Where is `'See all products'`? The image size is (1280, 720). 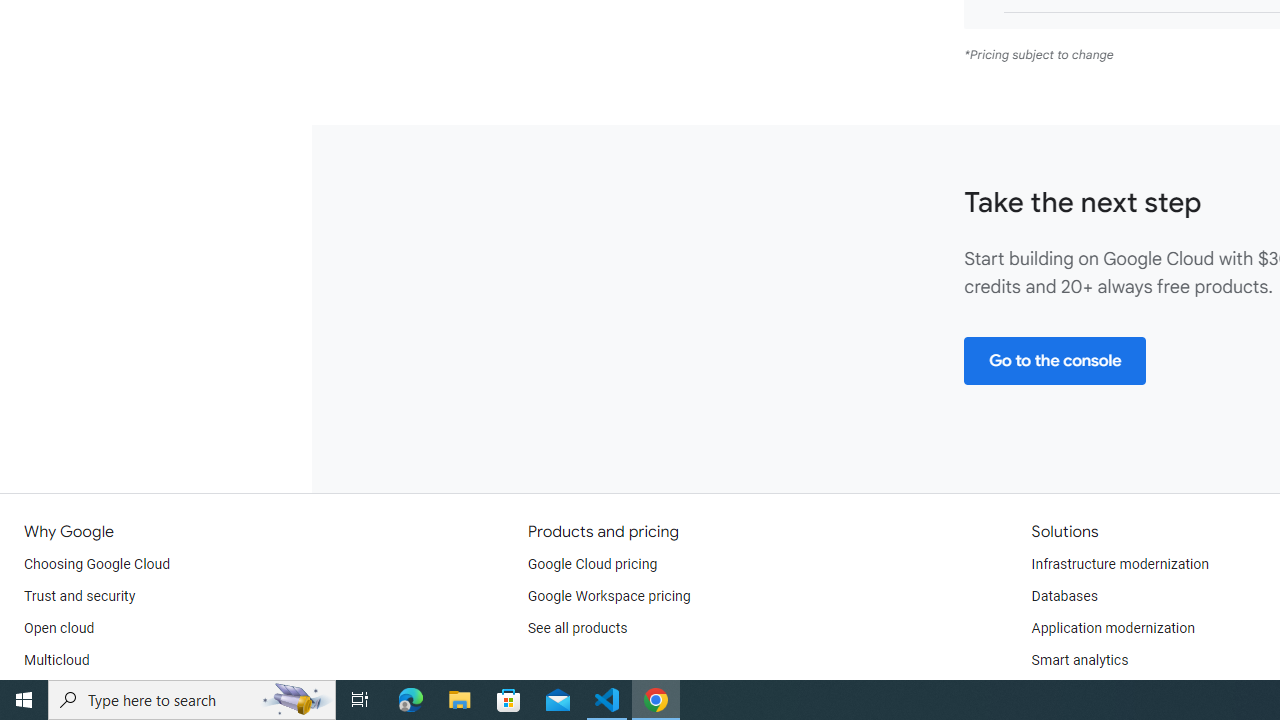 'See all products' is located at coordinates (576, 627).